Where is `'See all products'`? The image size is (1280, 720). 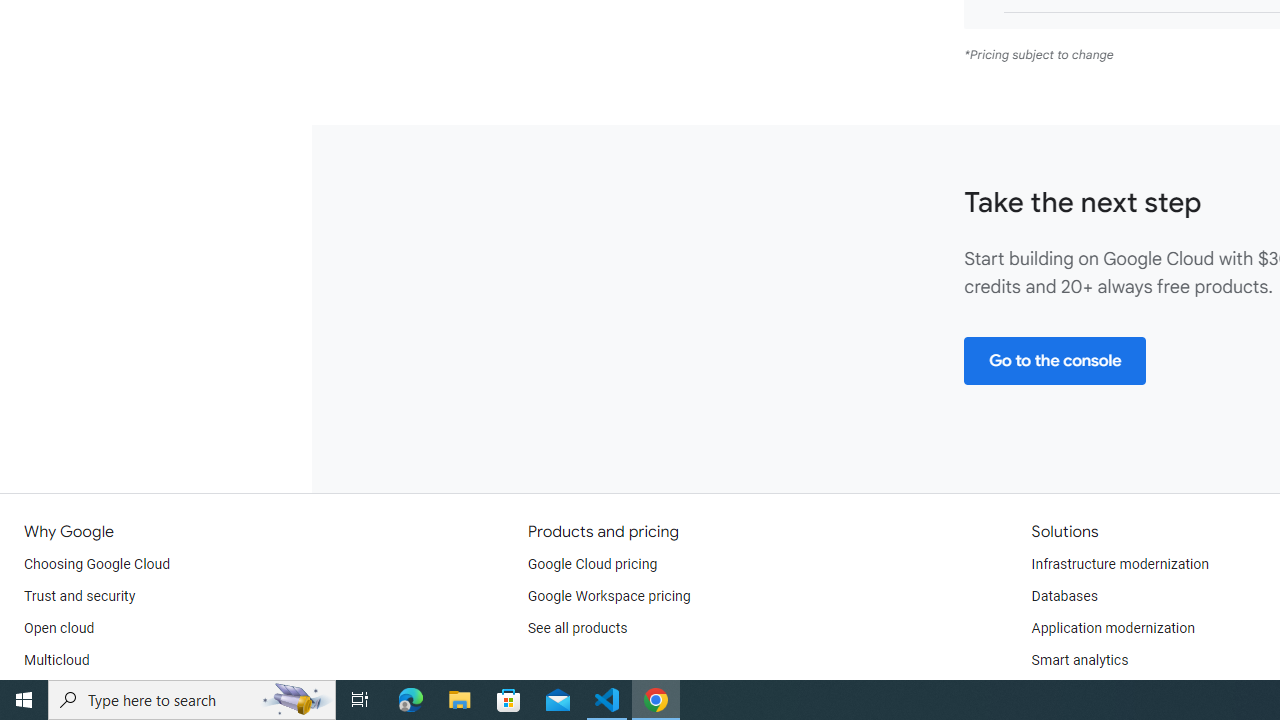 'See all products' is located at coordinates (576, 627).